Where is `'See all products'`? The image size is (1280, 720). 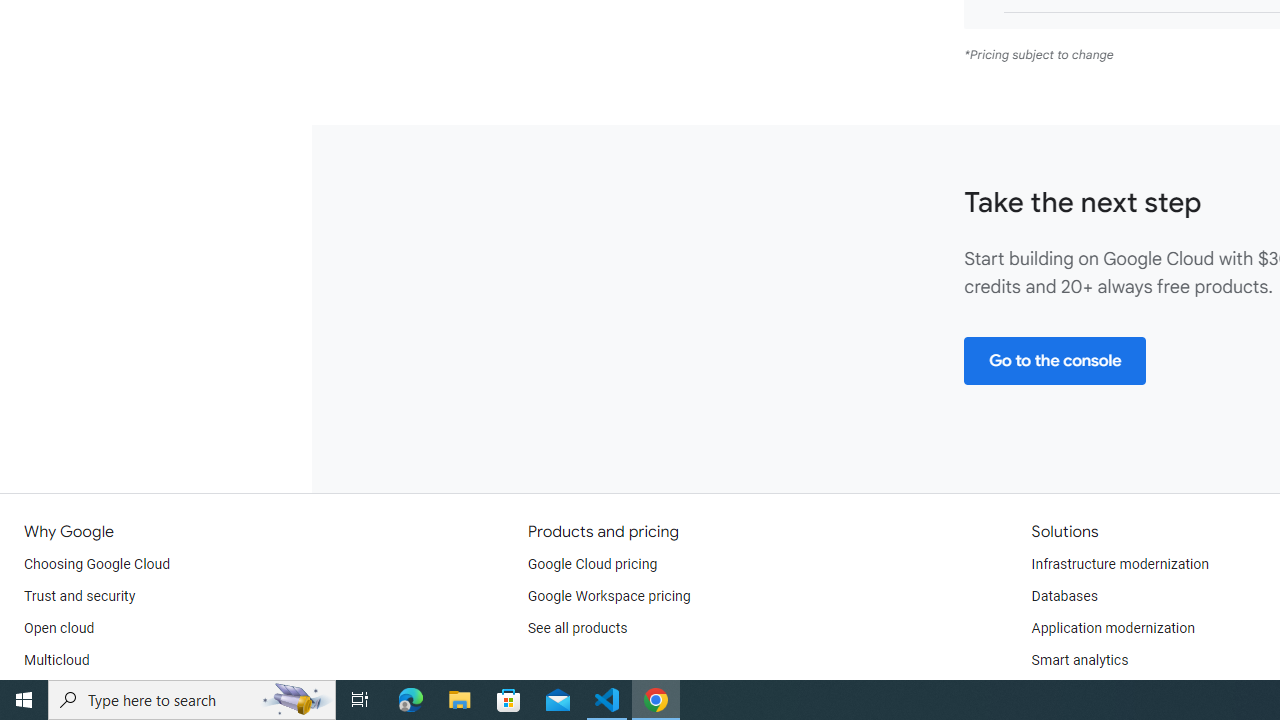 'See all products' is located at coordinates (576, 627).